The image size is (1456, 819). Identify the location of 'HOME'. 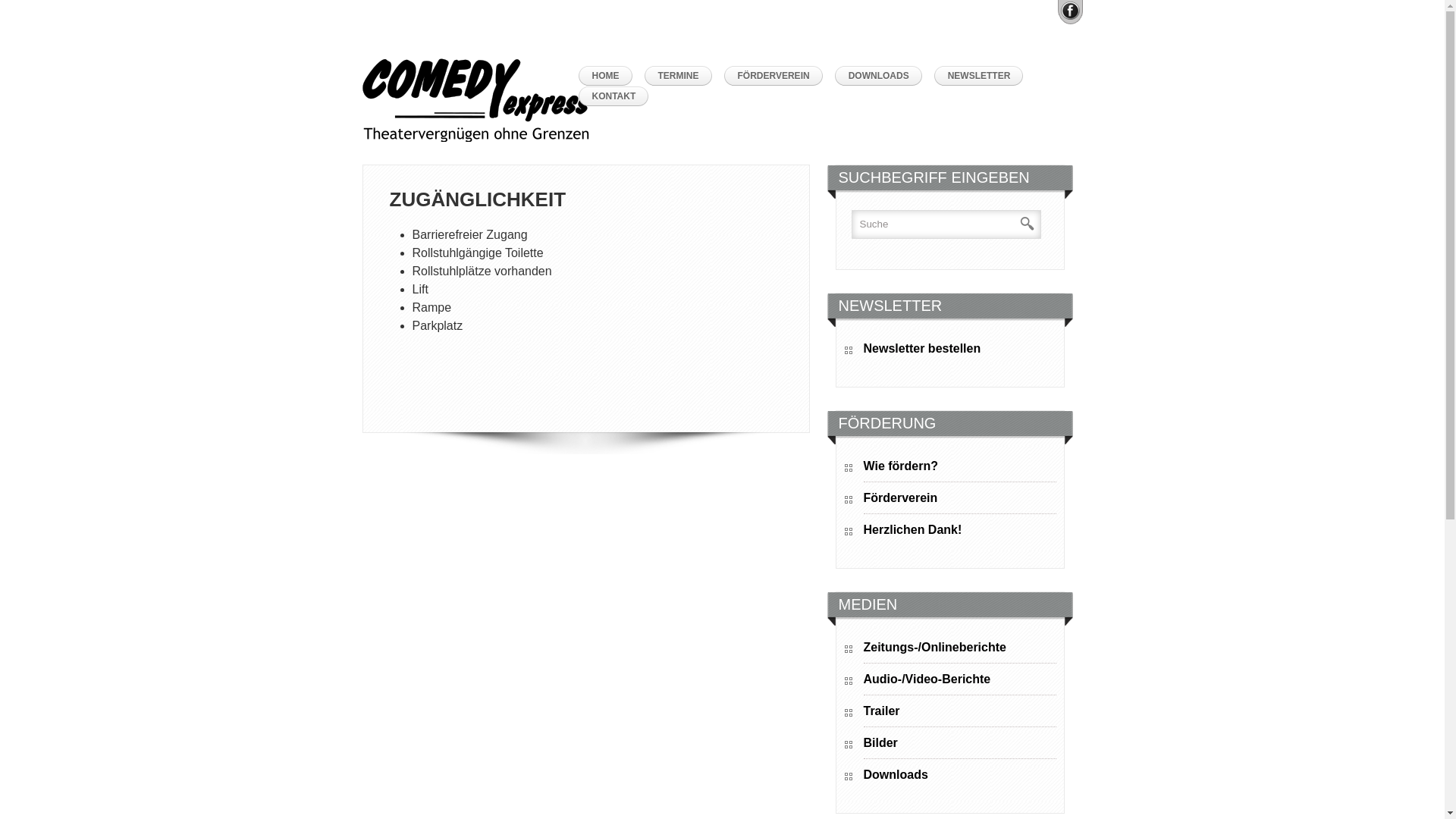
(608, 76).